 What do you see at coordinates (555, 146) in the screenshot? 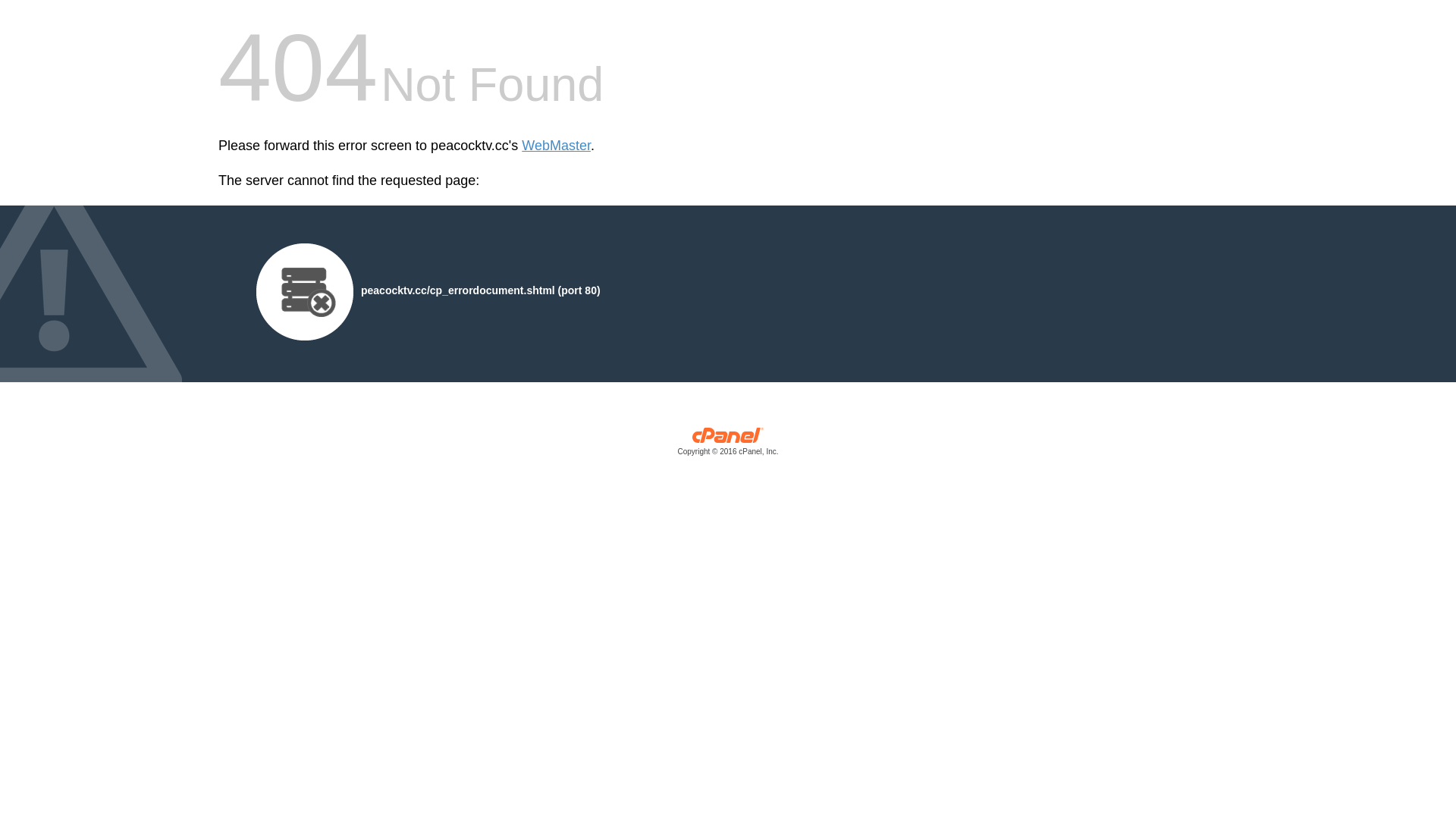
I see `'WebMaster'` at bounding box center [555, 146].